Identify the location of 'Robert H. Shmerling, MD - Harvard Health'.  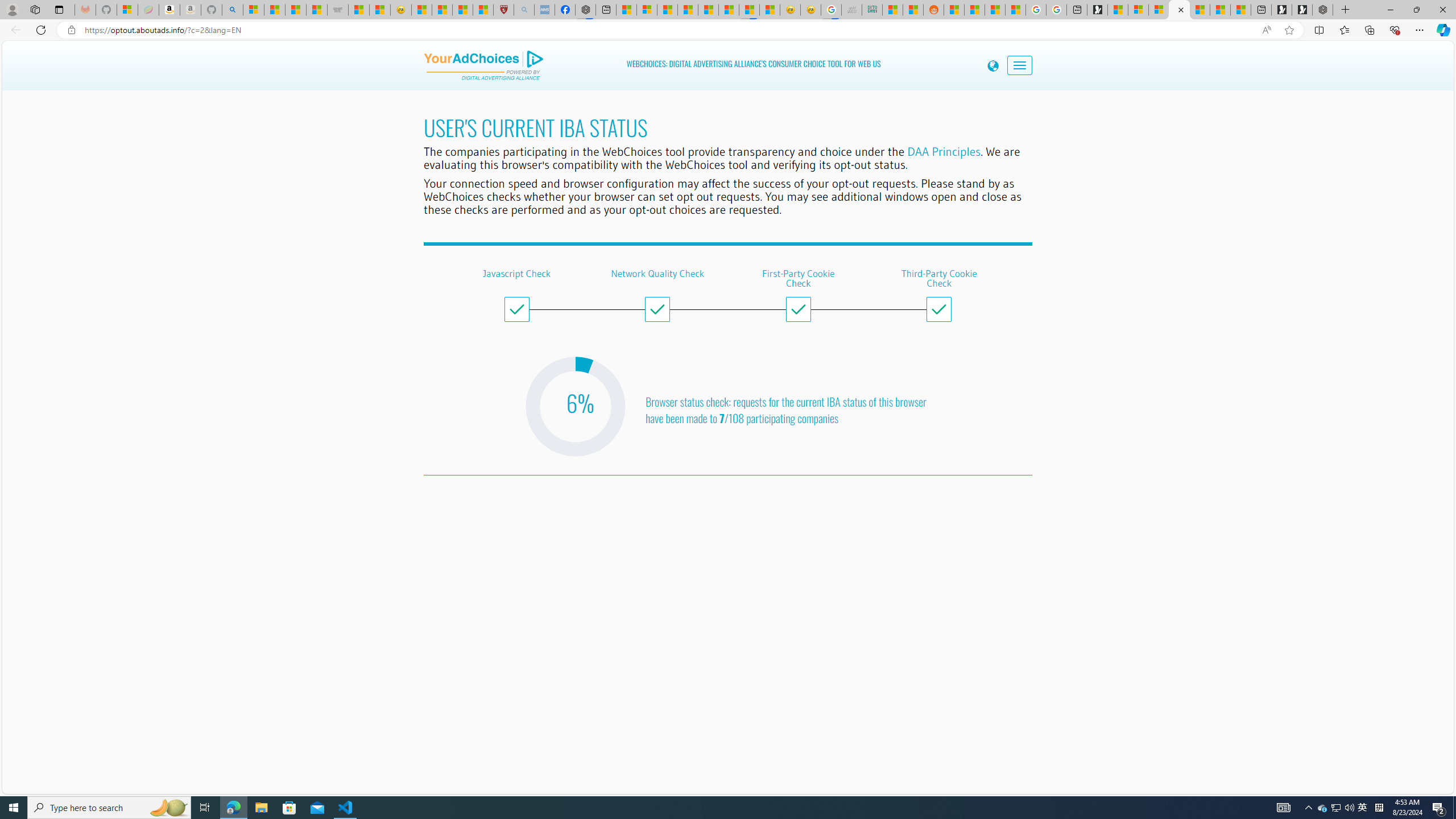
(503, 9).